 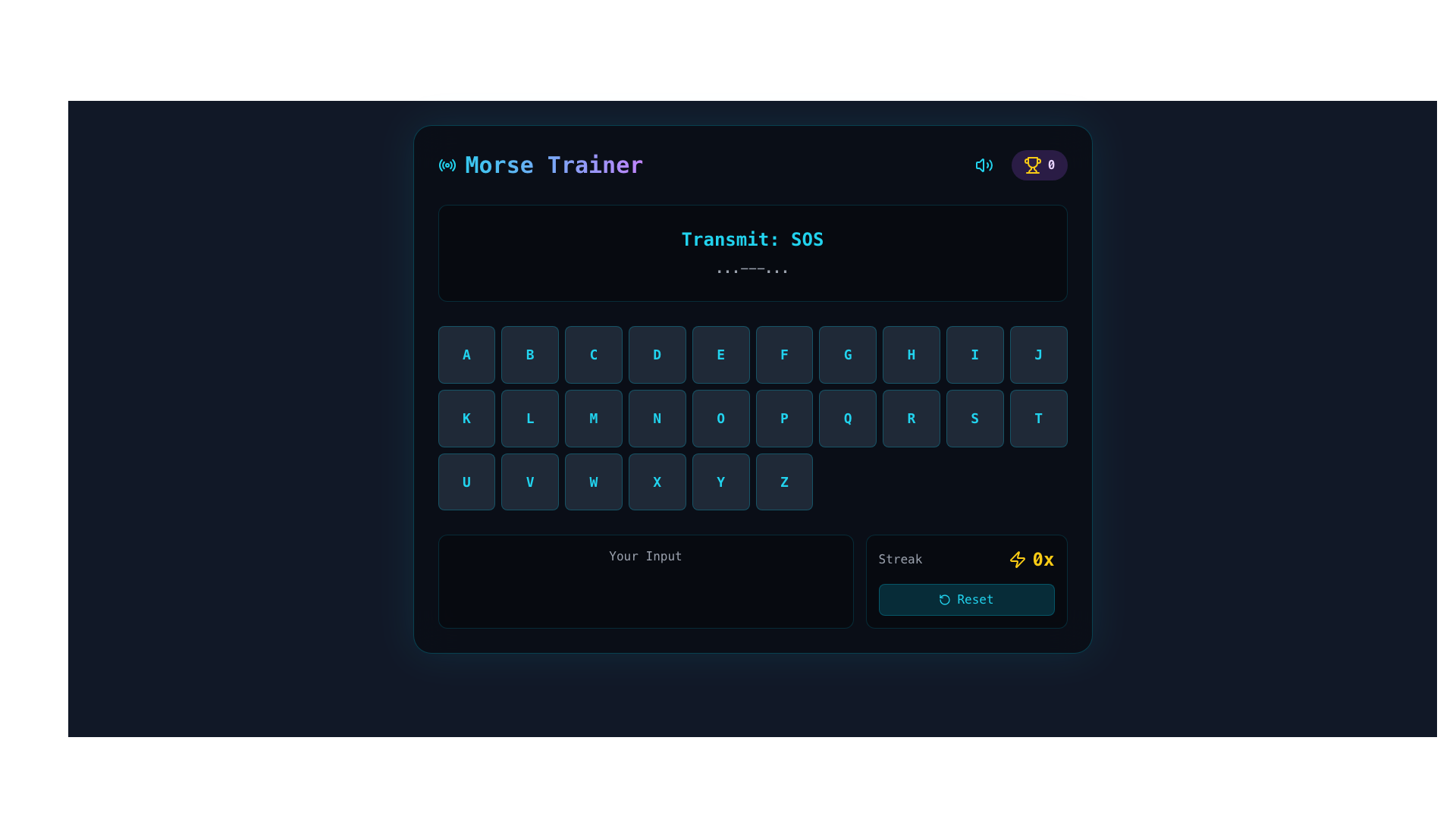 What do you see at coordinates (752, 253) in the screenshot?
I see `the static text display that serves as a visual indicator for Morse code transmission, centrally aligned within a dark rectangular area near the top-middle of the interface` at bounding box center [752, 253].